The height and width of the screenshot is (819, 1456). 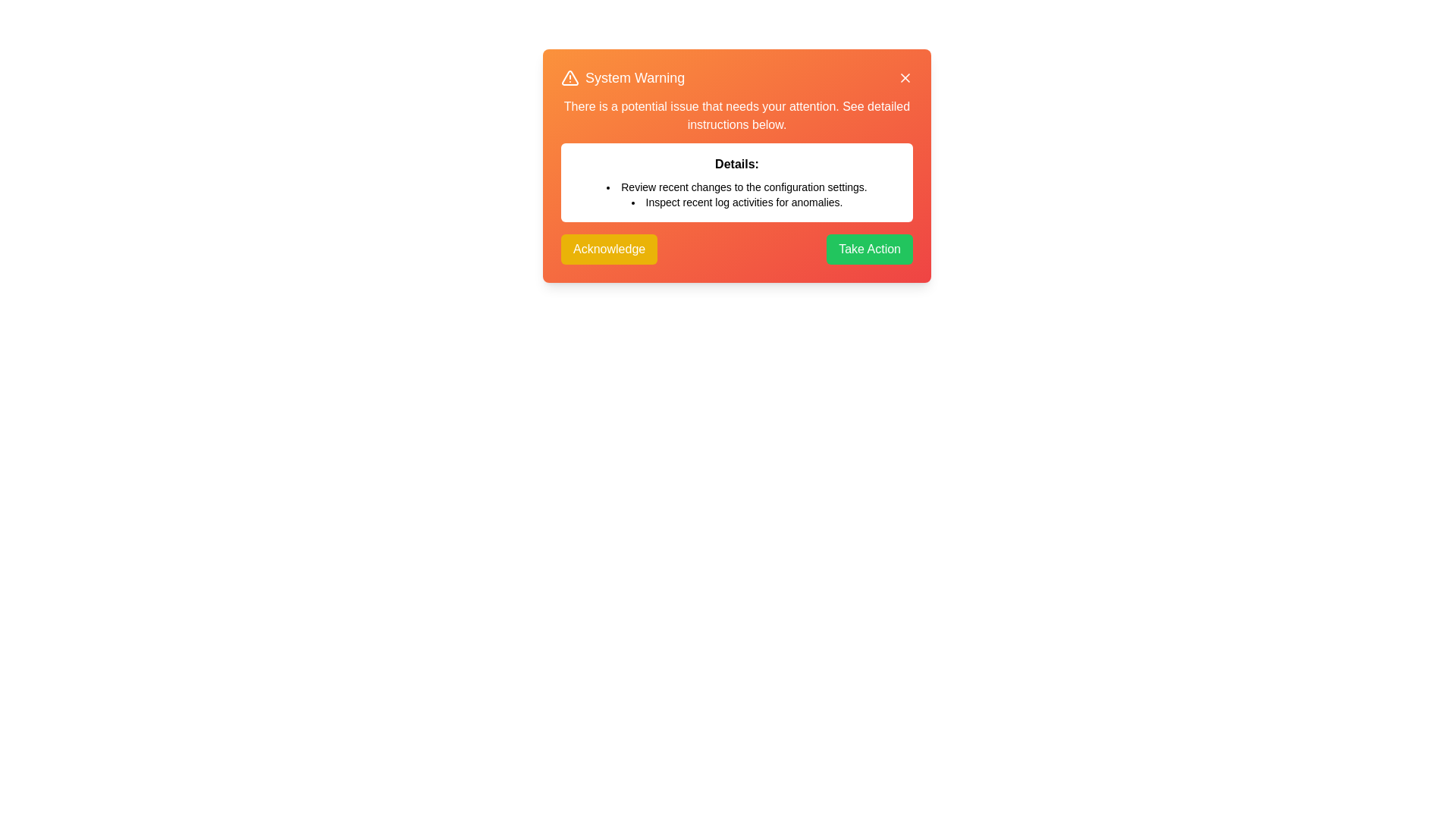 I want to click on the close button represented by the vector graphic component in the upper-right corner of the warning dialog, so click(x=905, y=78).